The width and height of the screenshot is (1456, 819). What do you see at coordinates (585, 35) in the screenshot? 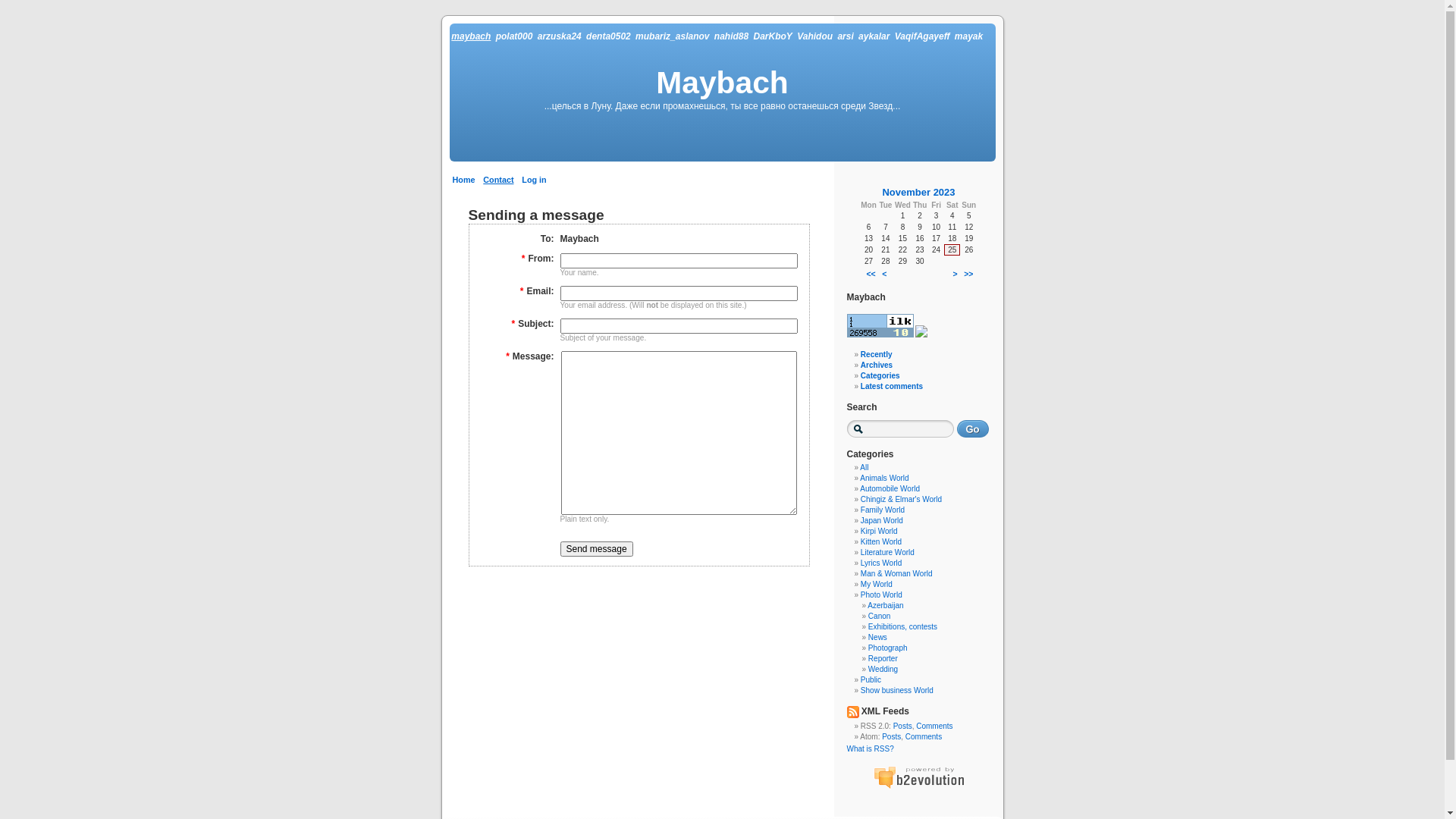
I see `'denta0502'` at bounding box center [585, 35].